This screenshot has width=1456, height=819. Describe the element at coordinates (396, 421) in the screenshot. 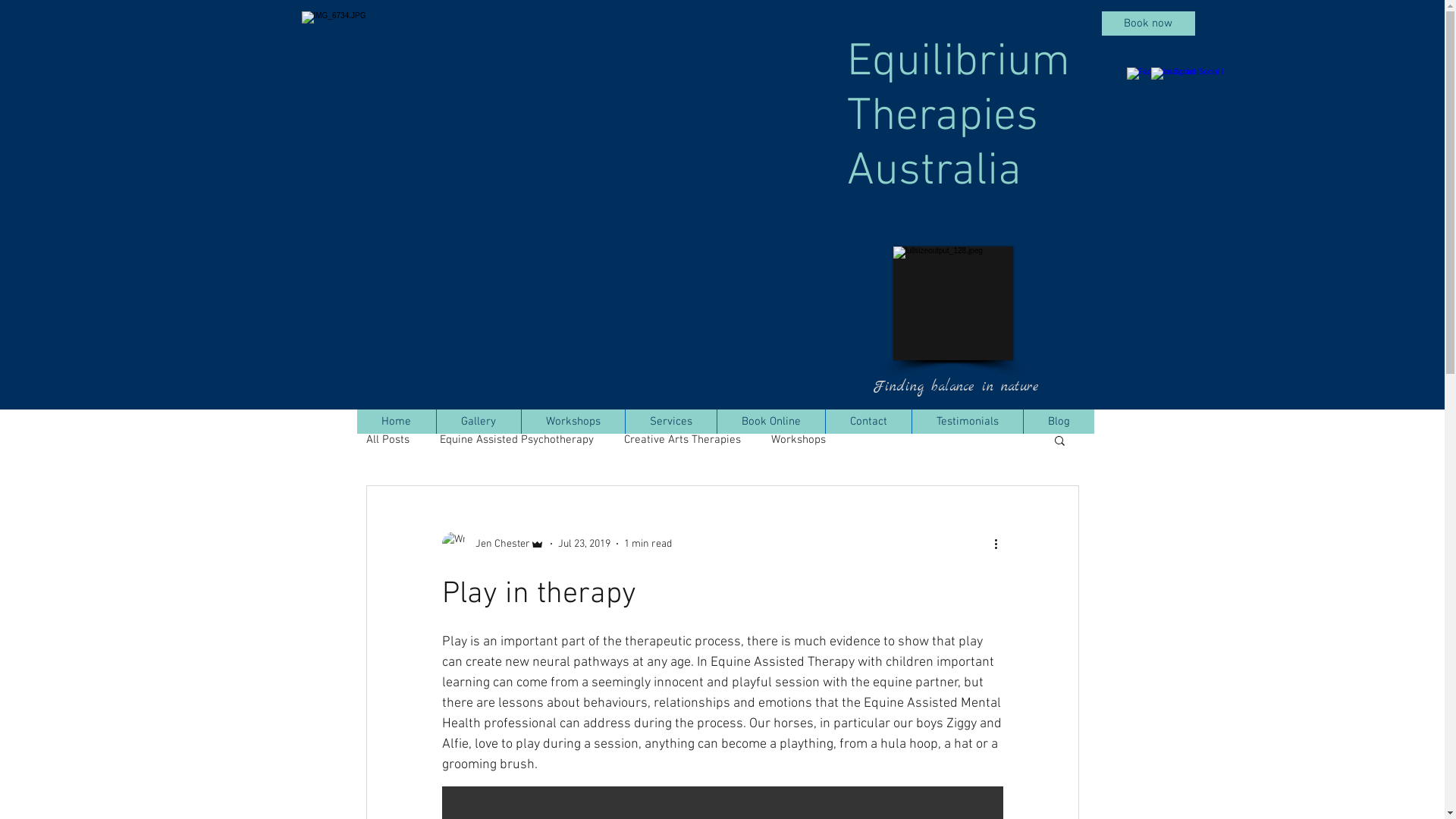

I see `'Home'` at that location.